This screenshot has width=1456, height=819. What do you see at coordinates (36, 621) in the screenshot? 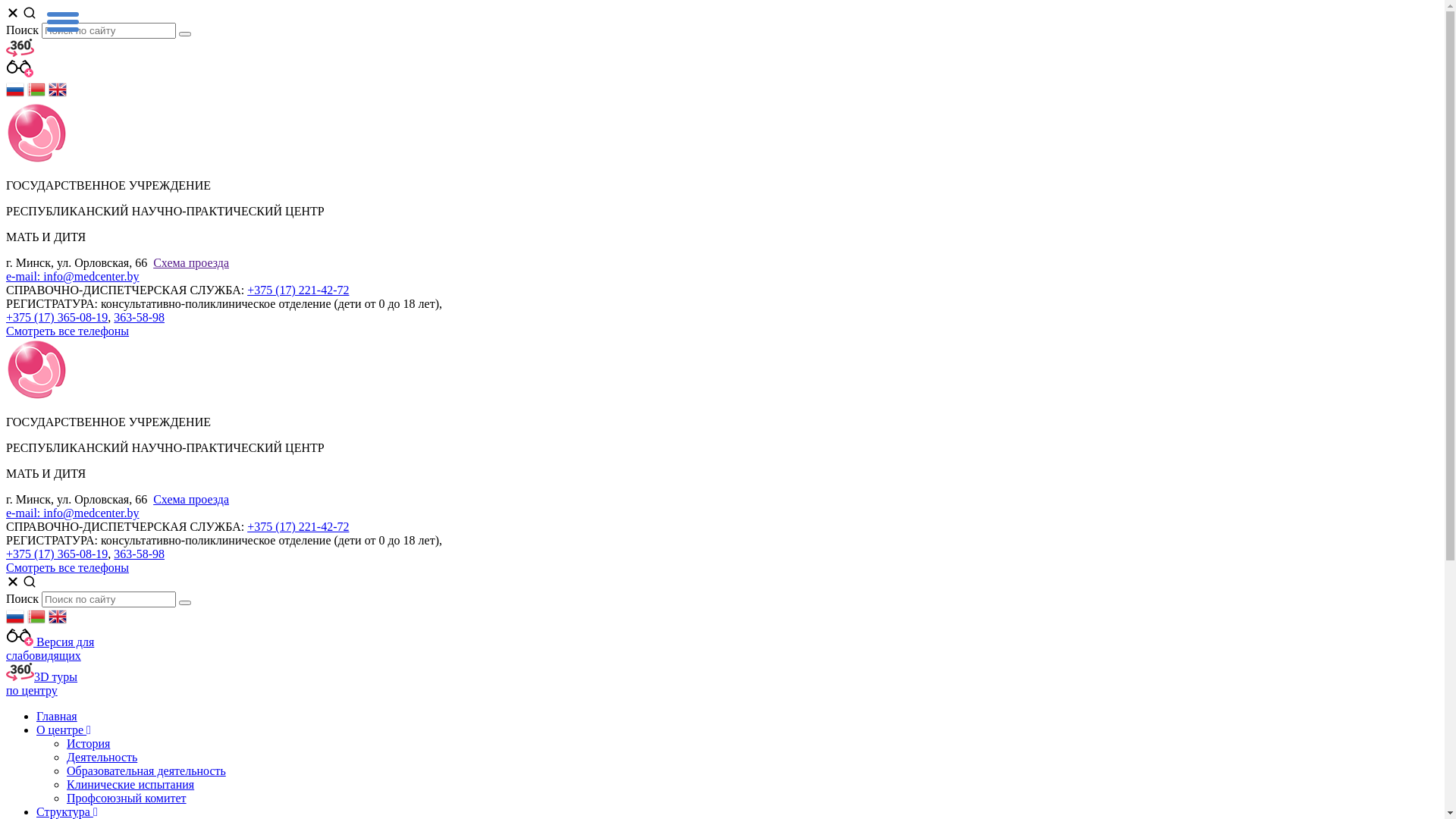
I see `'Belarusian'` at bounding box center [36, 621].